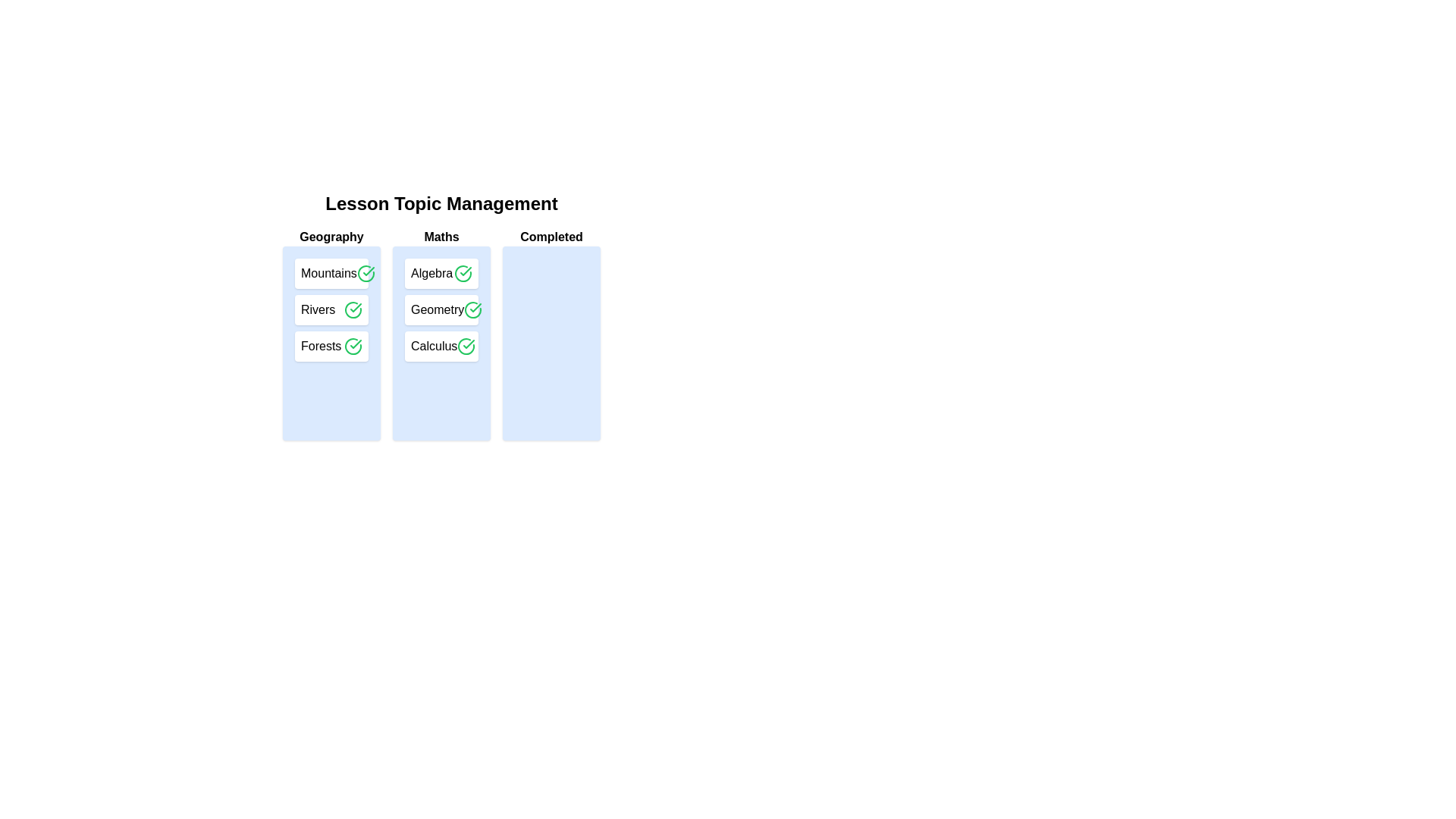  I want to click on checkmark button next to the topic Algebra to transfer it to the 'Completed' list, so click(462, 274).